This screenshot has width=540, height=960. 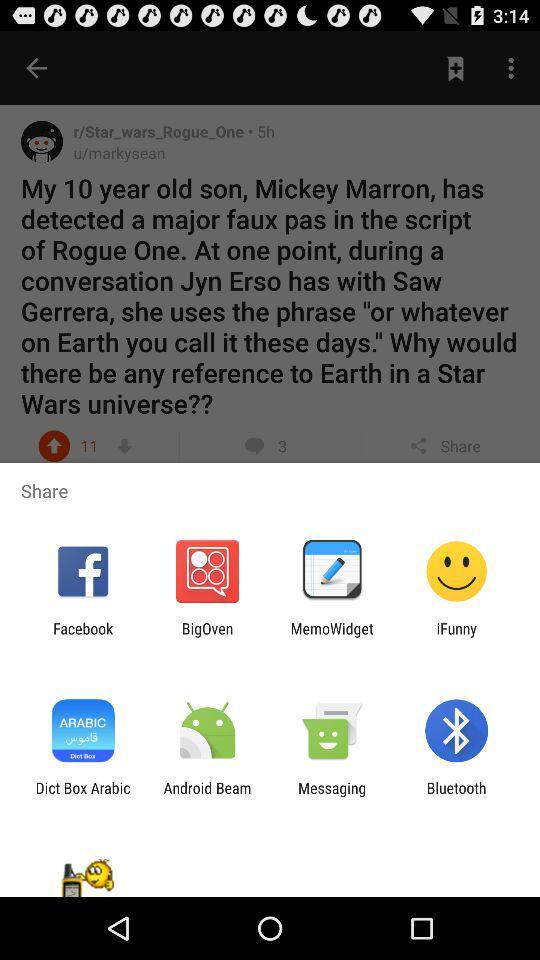 What do you see at coordinates (332, 636) in the screenshot?
I see `app next to ifunny icon` at bounding box center [332, 636].